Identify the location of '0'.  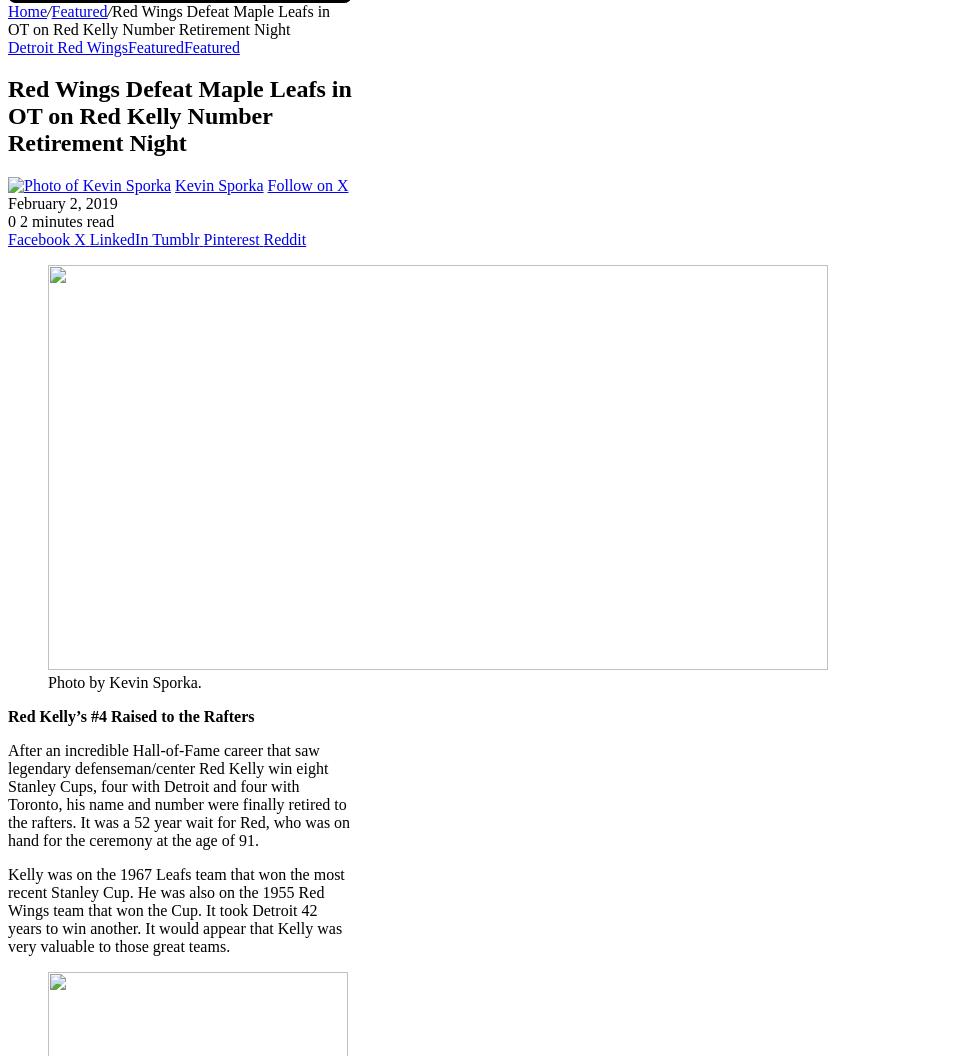
(12, 220).